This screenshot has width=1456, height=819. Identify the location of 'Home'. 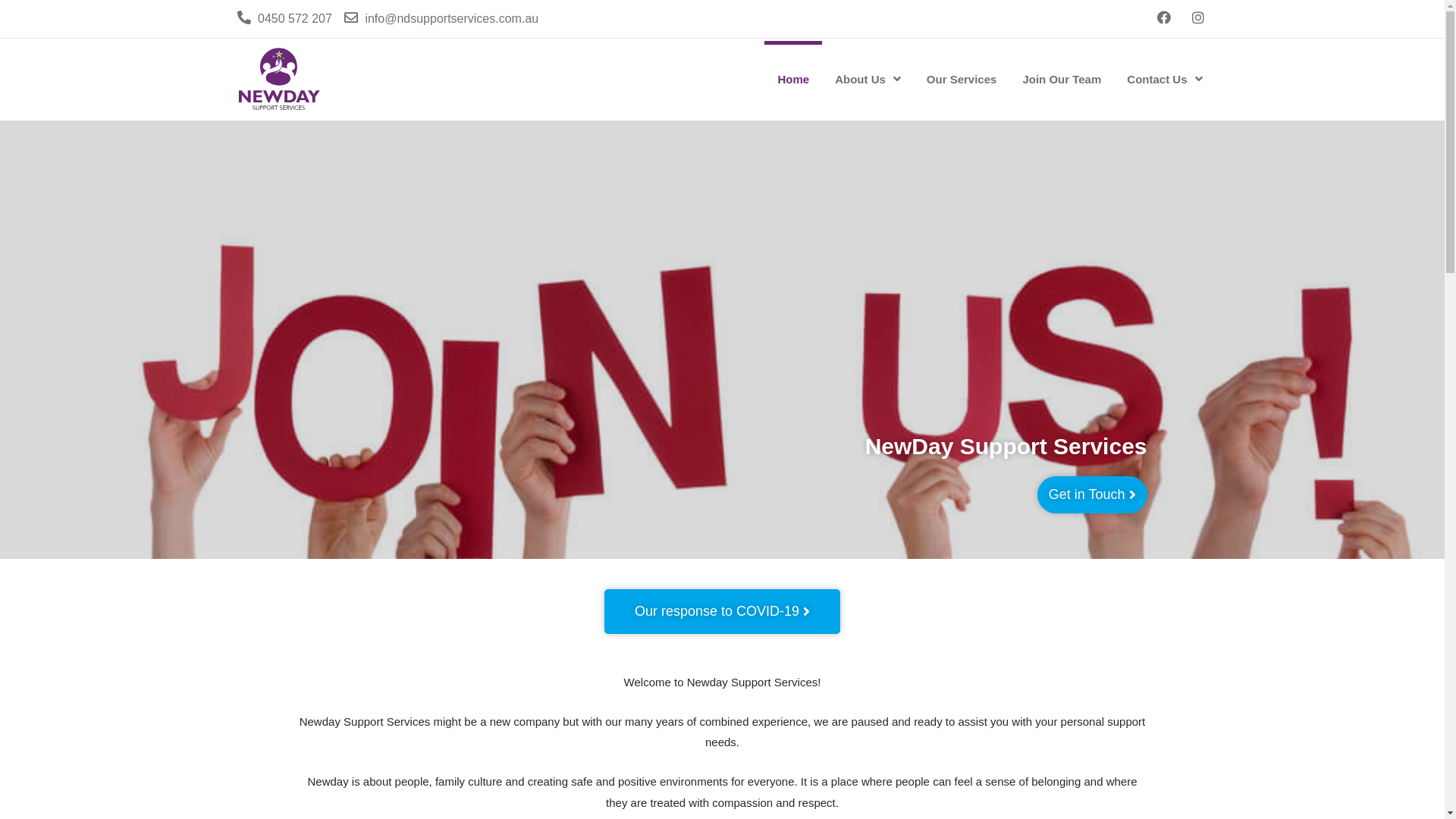
(792, 79).